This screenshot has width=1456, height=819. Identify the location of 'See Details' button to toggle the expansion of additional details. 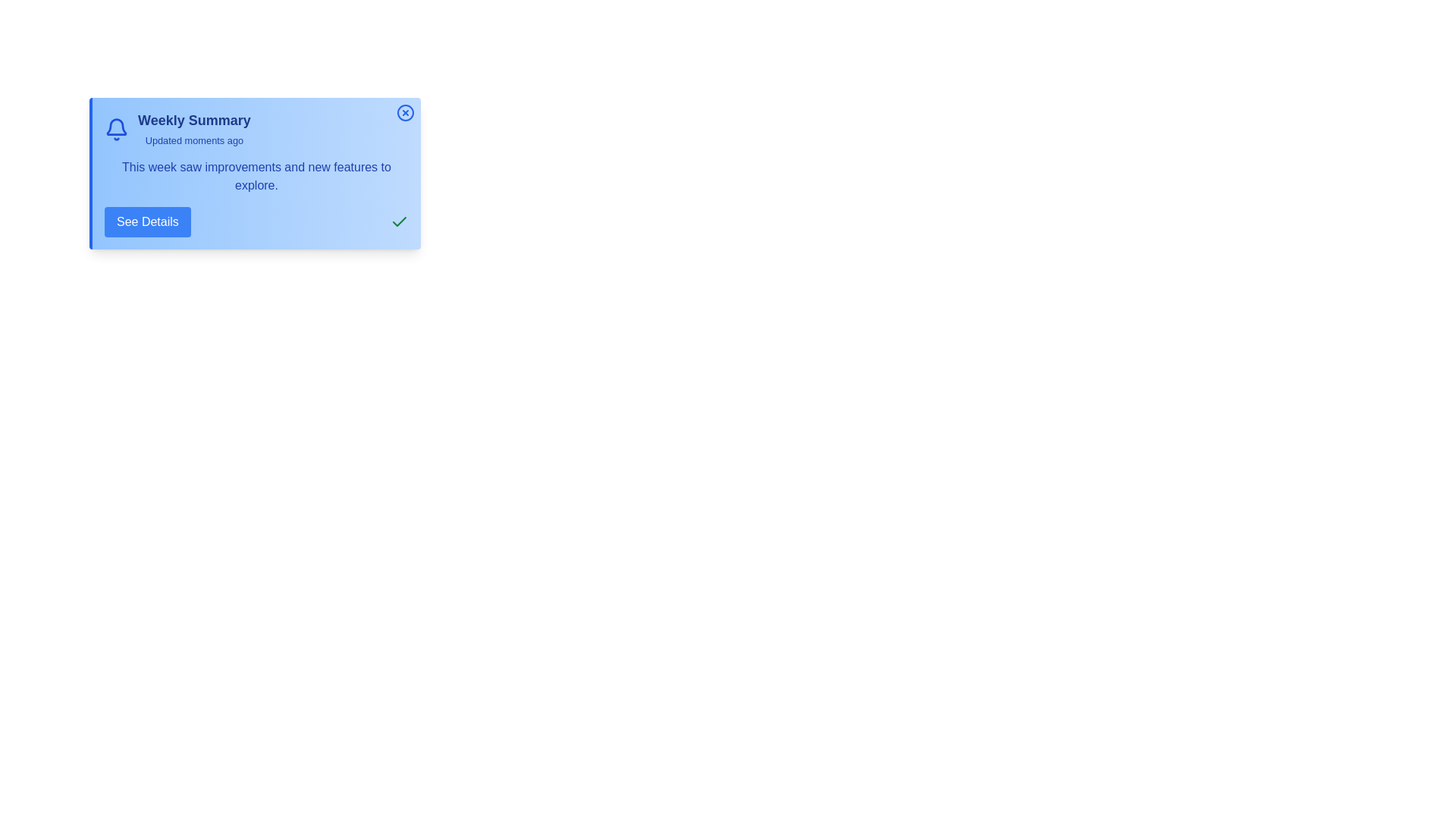
(147, 222).